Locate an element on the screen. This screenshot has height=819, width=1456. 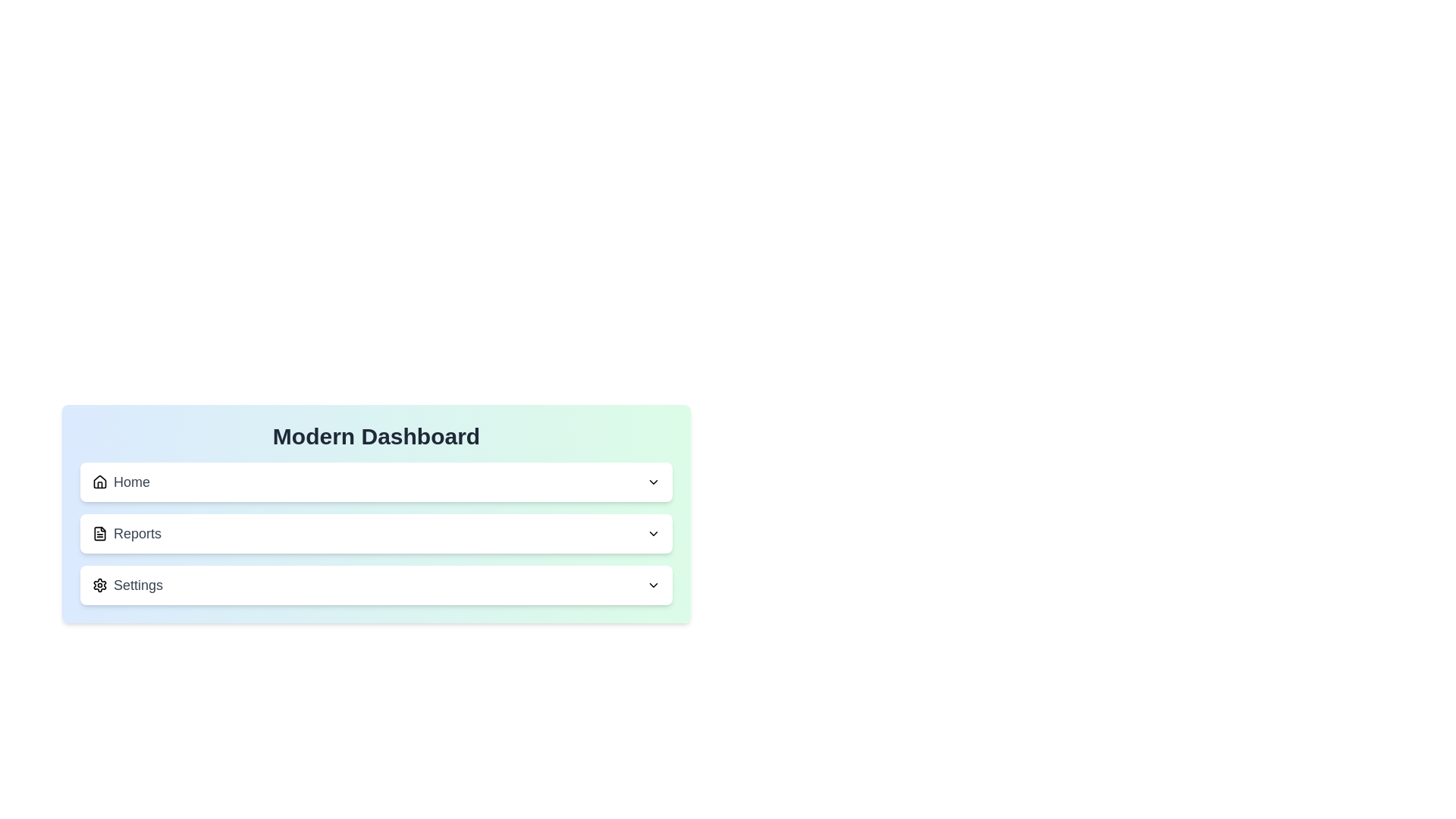
the 'Reports' text label, which is styled with a medium font weight and large text size, located on the second row of items in the sidebar, directly following a file icon is located at coordinates (137, 533).